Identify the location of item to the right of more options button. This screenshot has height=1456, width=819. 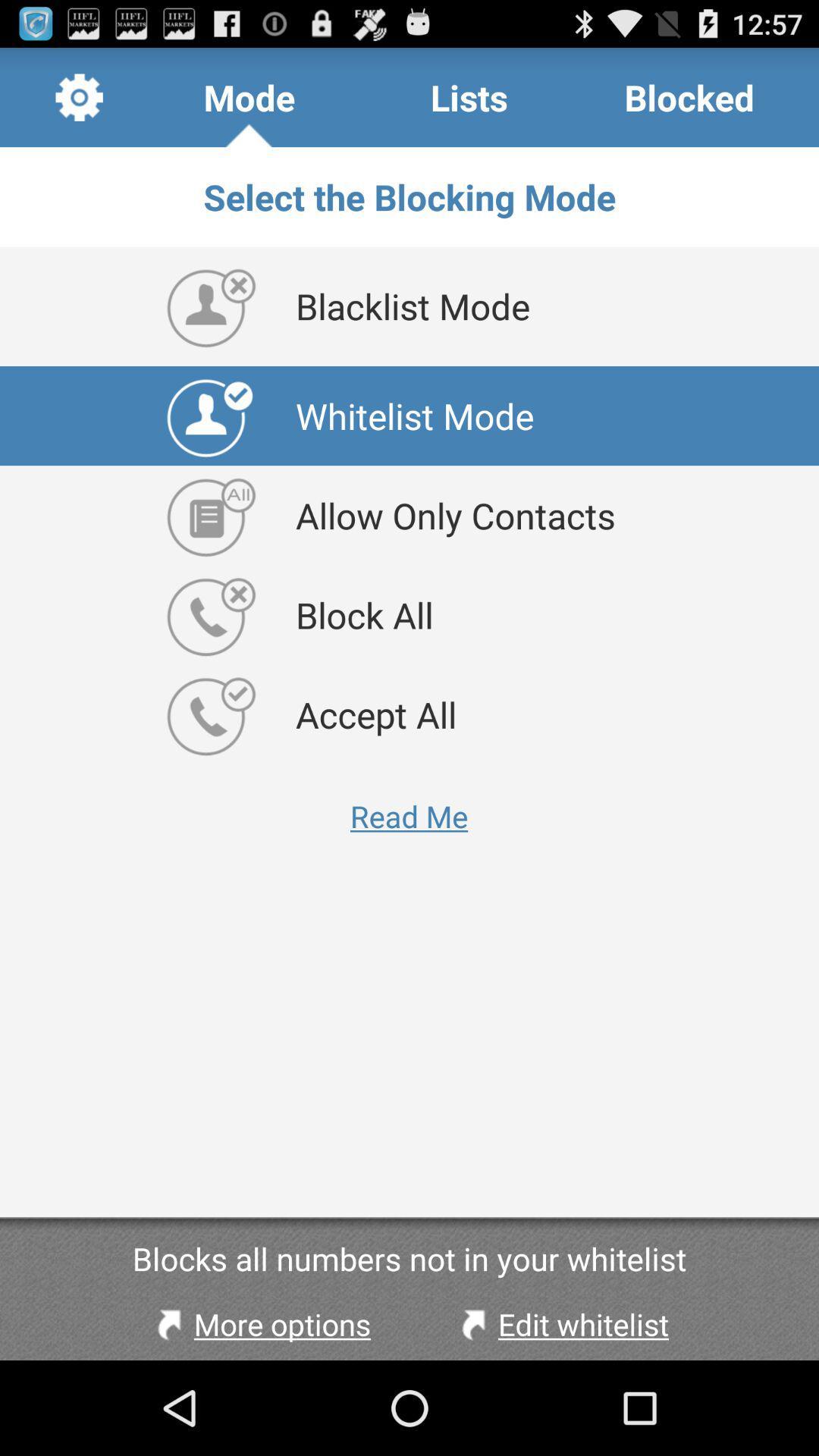
(561, 1323).